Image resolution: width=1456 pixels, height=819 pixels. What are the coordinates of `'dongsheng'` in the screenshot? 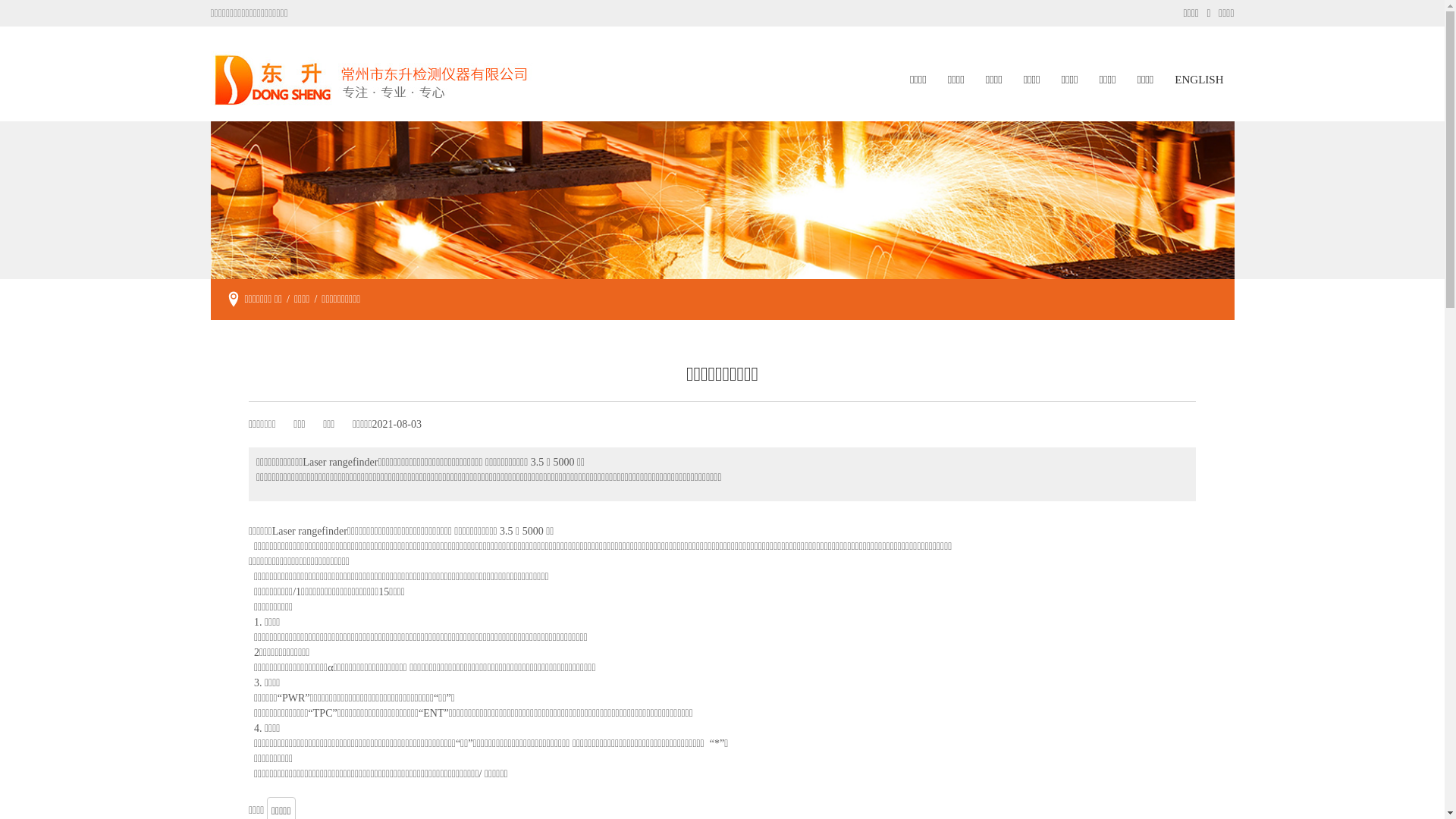 It's located at (210, 199).